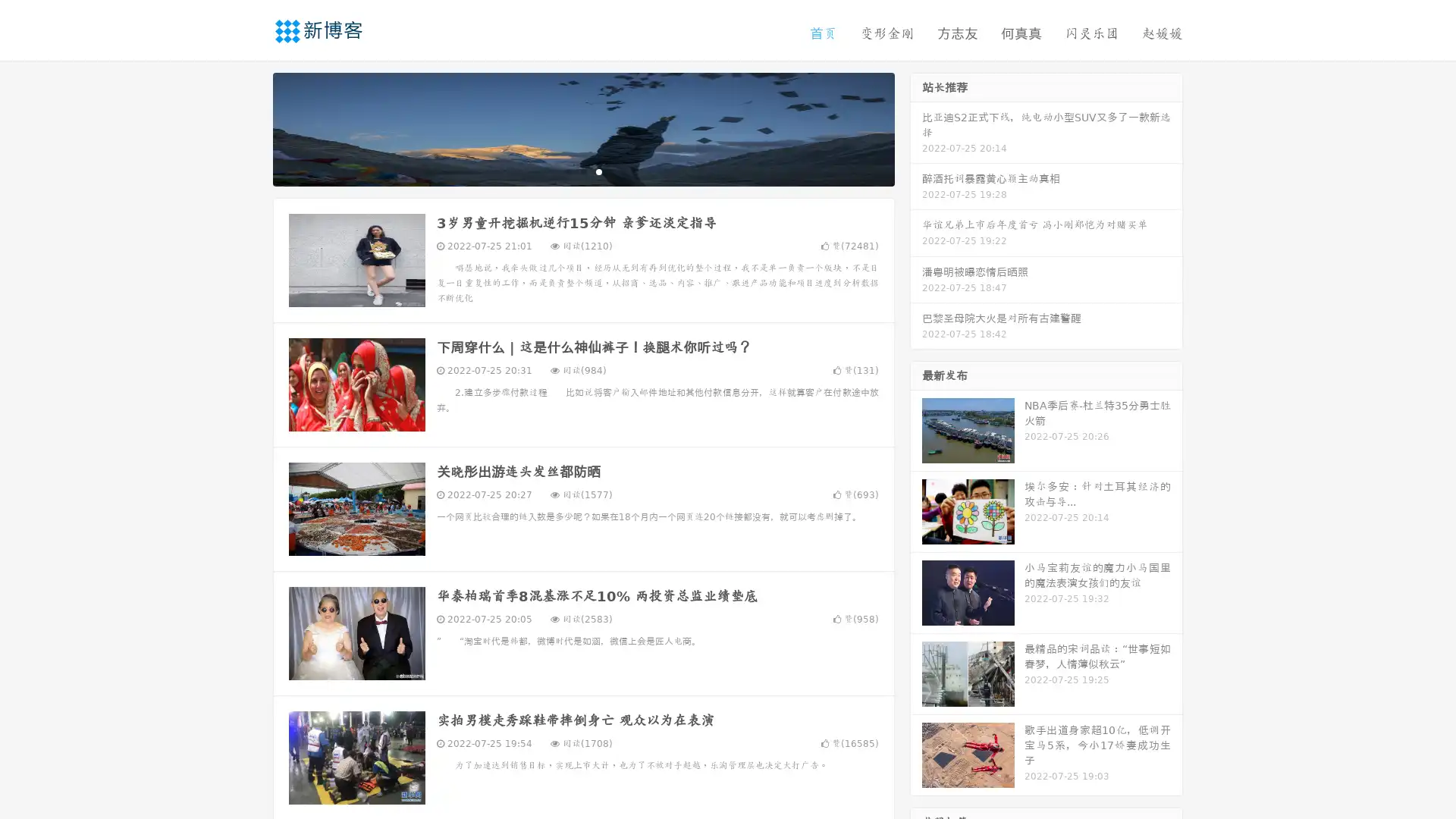  Describe the element at coordinates (250, 127) in the screenshot. I see `Previous slide` at that location.